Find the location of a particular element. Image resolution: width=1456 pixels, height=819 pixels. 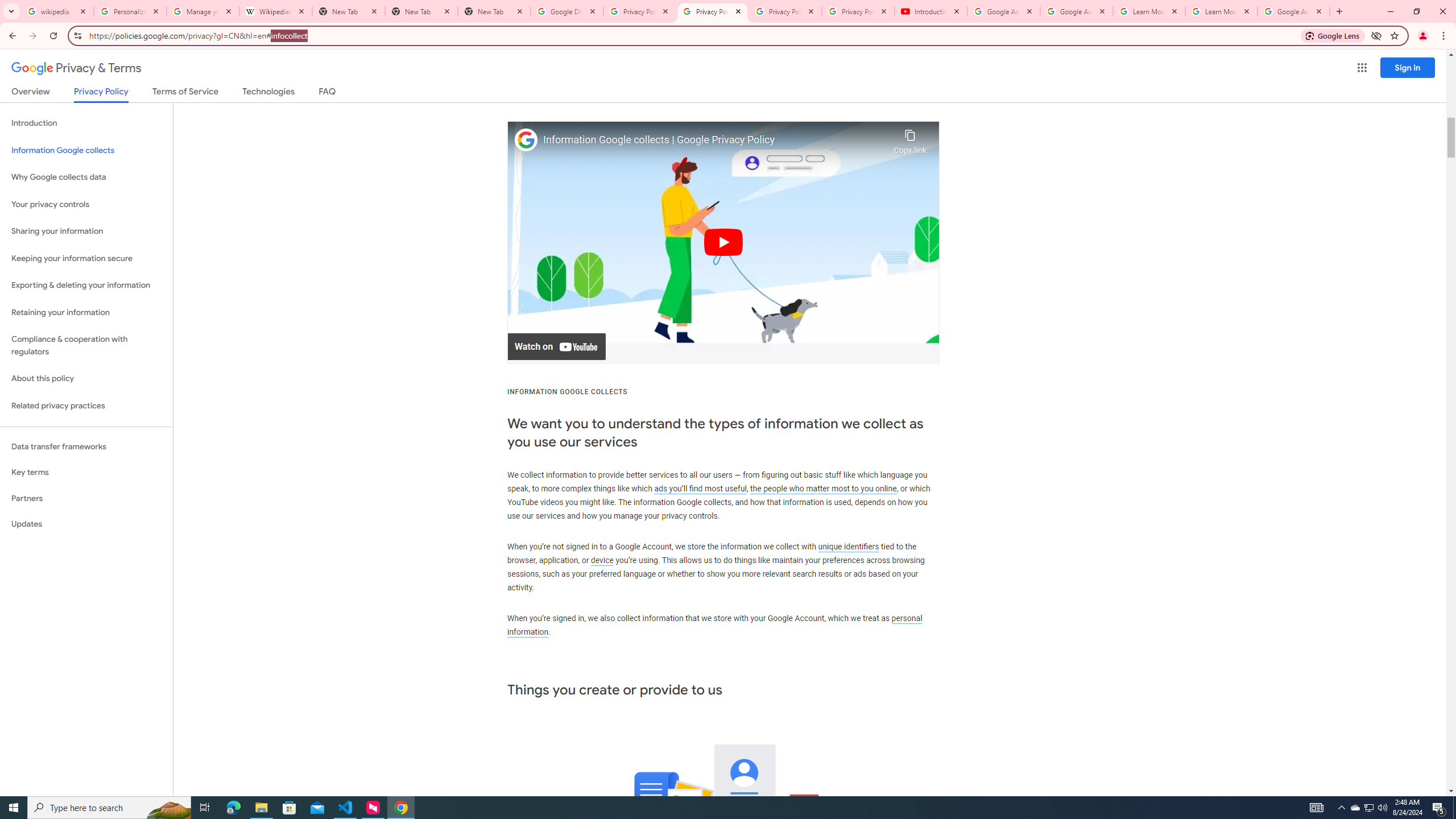

'Partners' is located at coordinates (86, 498).